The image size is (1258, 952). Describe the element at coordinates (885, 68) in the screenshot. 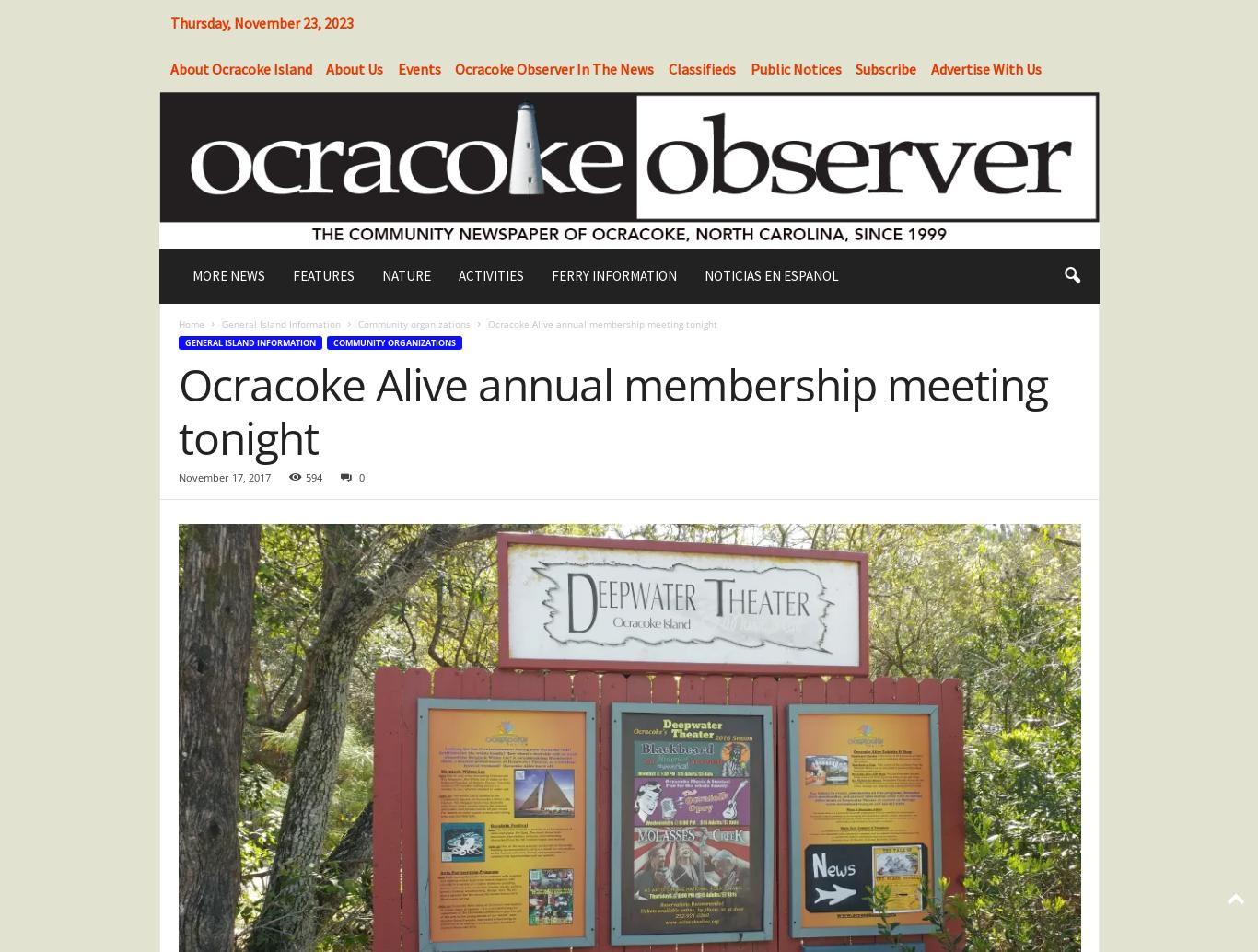

I see `'Subscribe'` at that location.